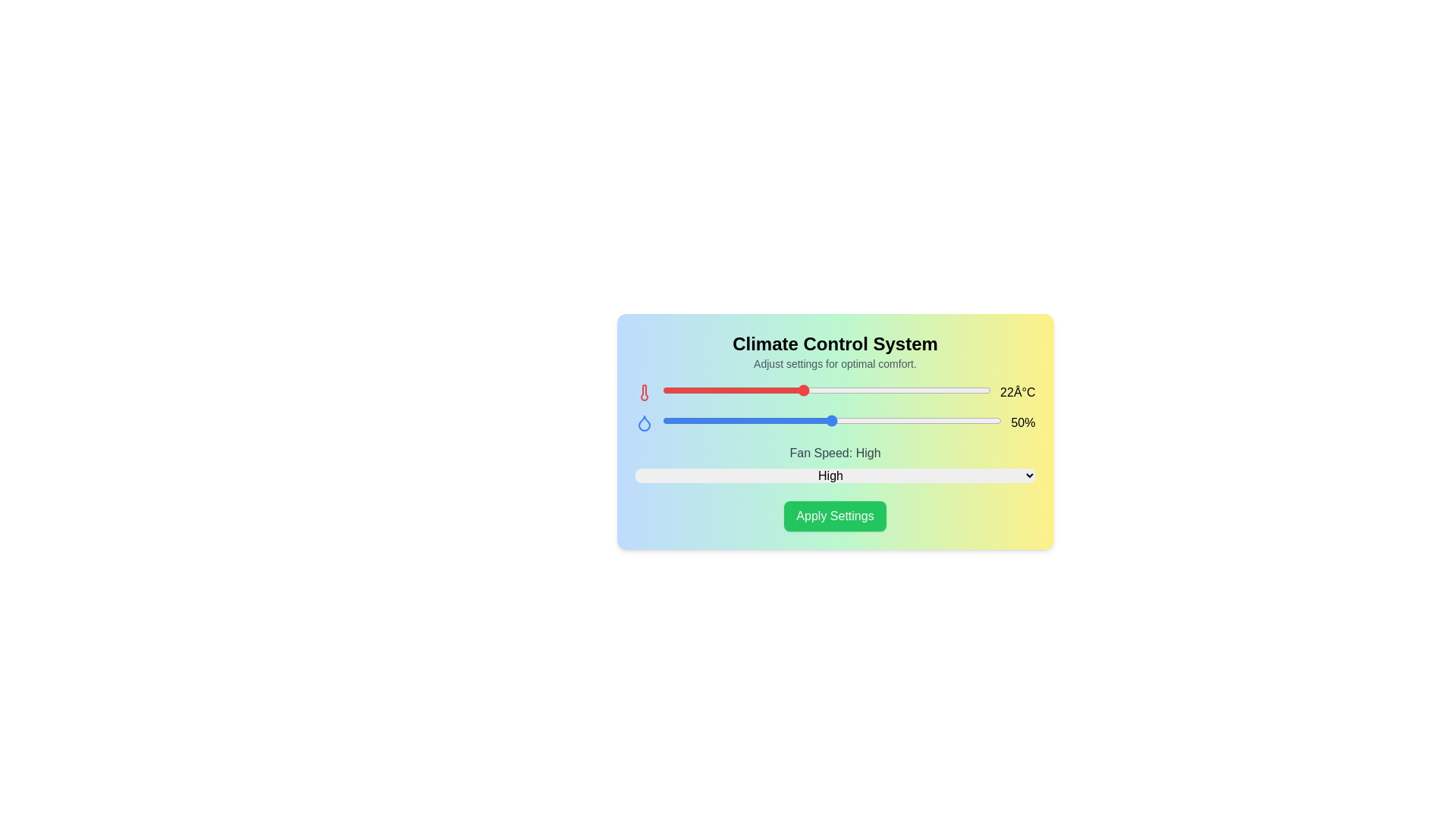 The height and width of the screenshot is (819, 1456). What do you see at coordinates (826, 390) in the screenshot?
I see `the temperature slider to 23°C` at bounding box center [826, 390].